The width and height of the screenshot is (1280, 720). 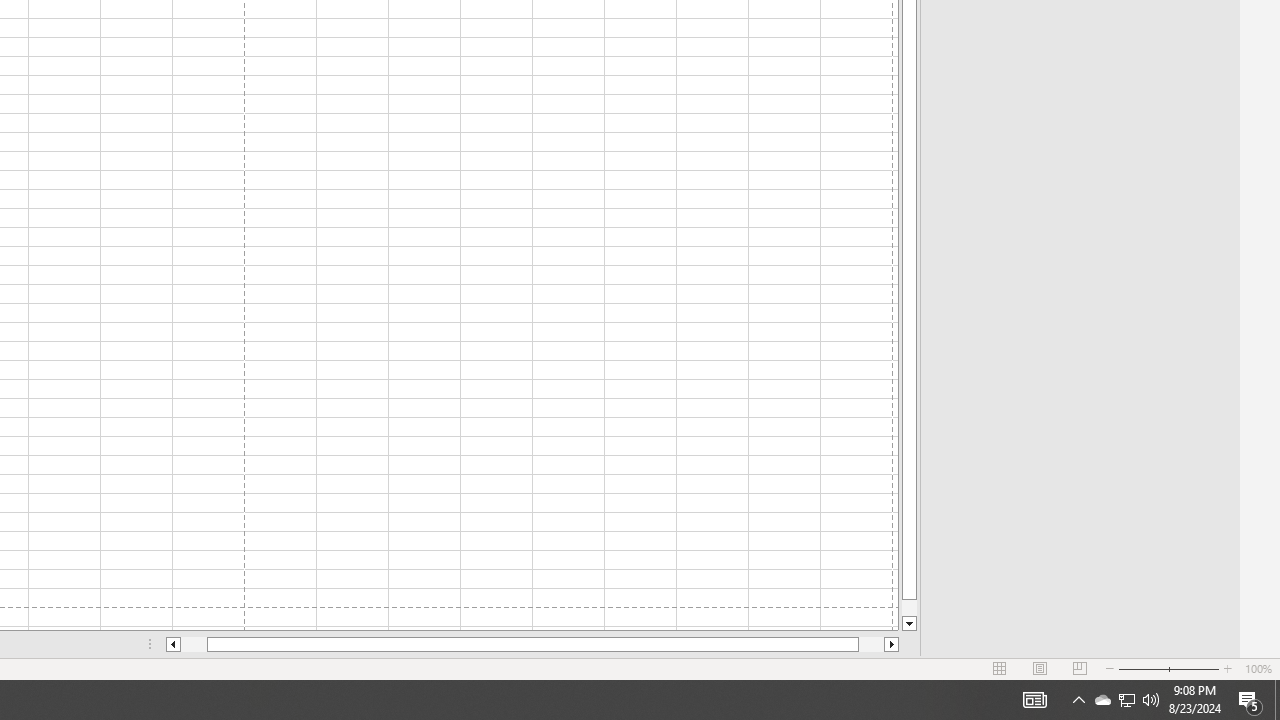 What do you see at coordinates (908, 607) in the screenshot?
I see `'Page down'` at bounding box center [908, 607].